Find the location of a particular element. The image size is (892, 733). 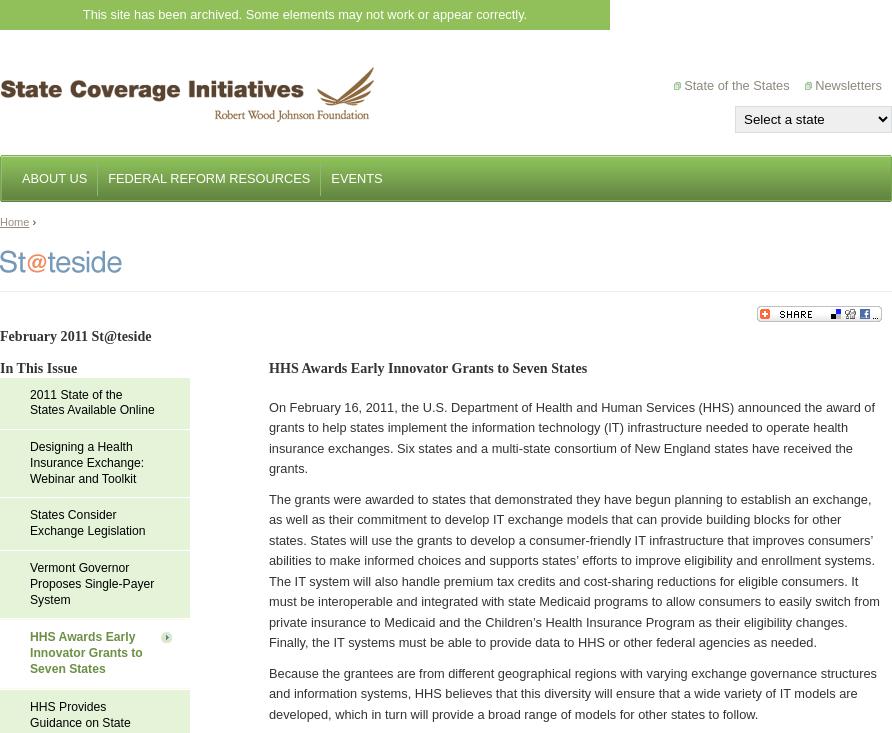

'On February 16, 2011, the U.S. Department of Health and Human Services (HHS) announced the award of grants to help states implement the information technology (IT) infrastructure needed to operate health insurance exchanges. Six states and a multi-state consortium of New England states have received the grants.' is located at coordinates (267, 437).